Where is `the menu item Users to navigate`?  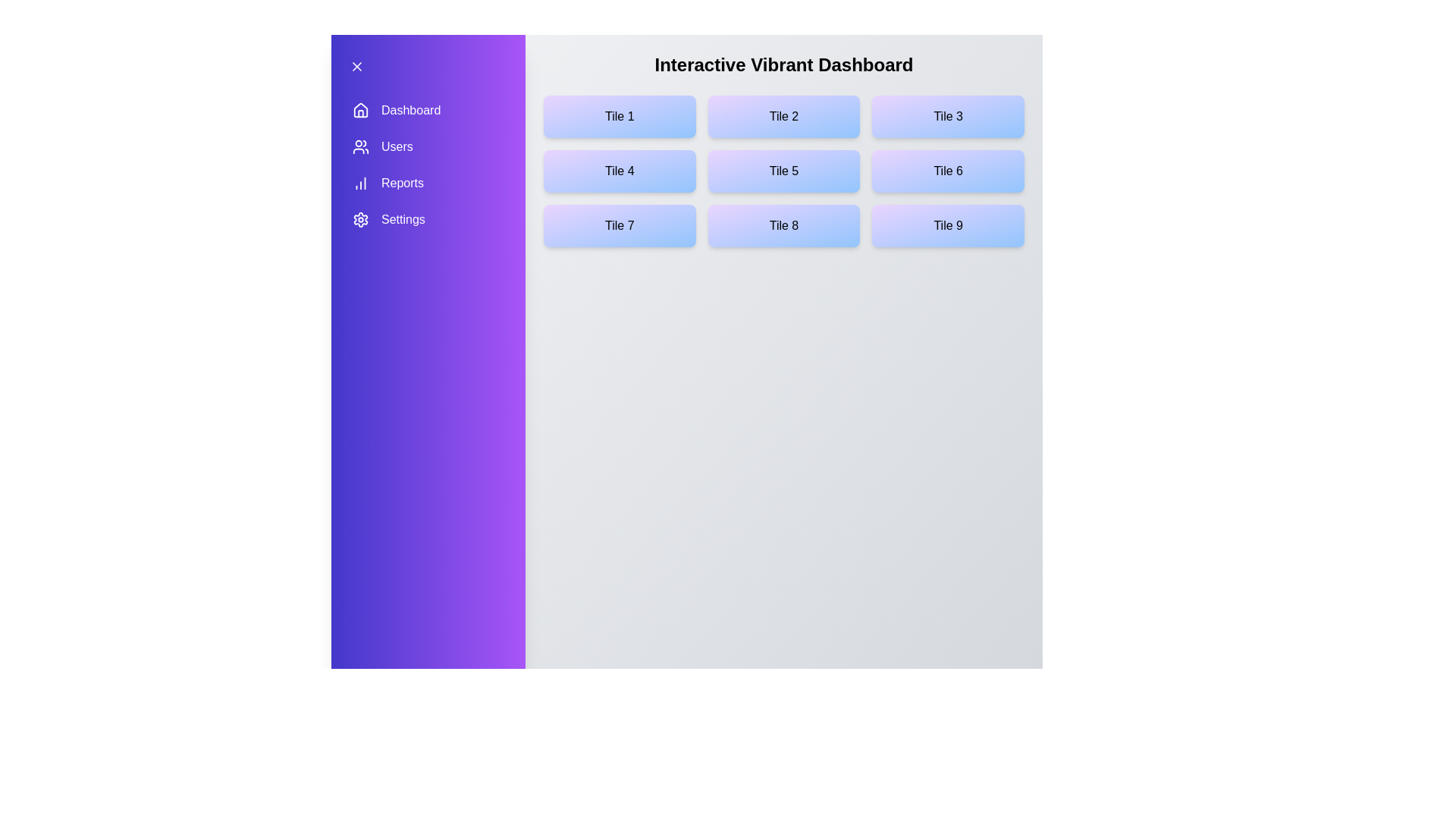
the menu item Users to navigate is located at coordinates (428, 146).